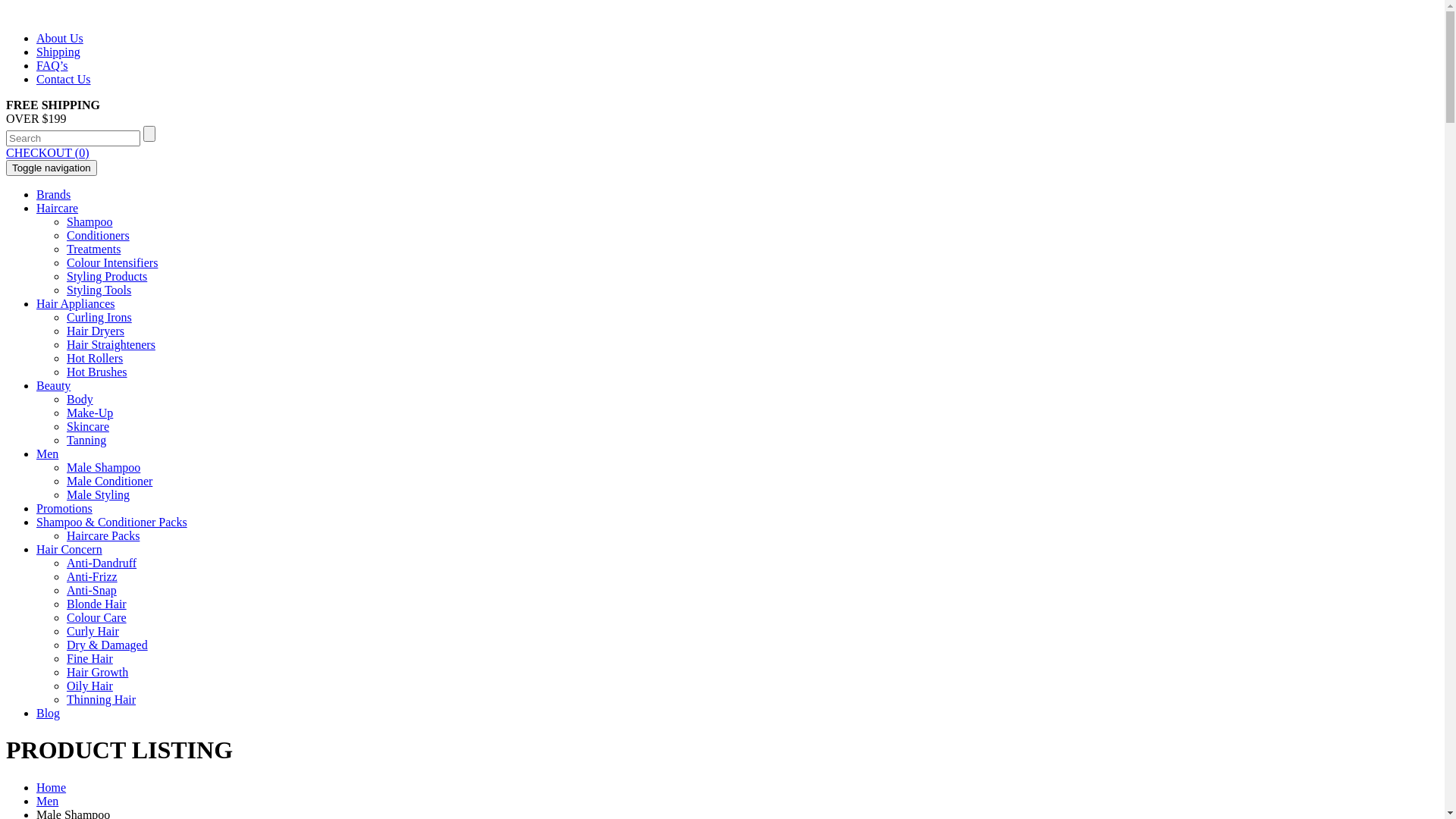 This screenshot has height=819, width=1456. I want to click on 'Skincare', so click(86, 426).